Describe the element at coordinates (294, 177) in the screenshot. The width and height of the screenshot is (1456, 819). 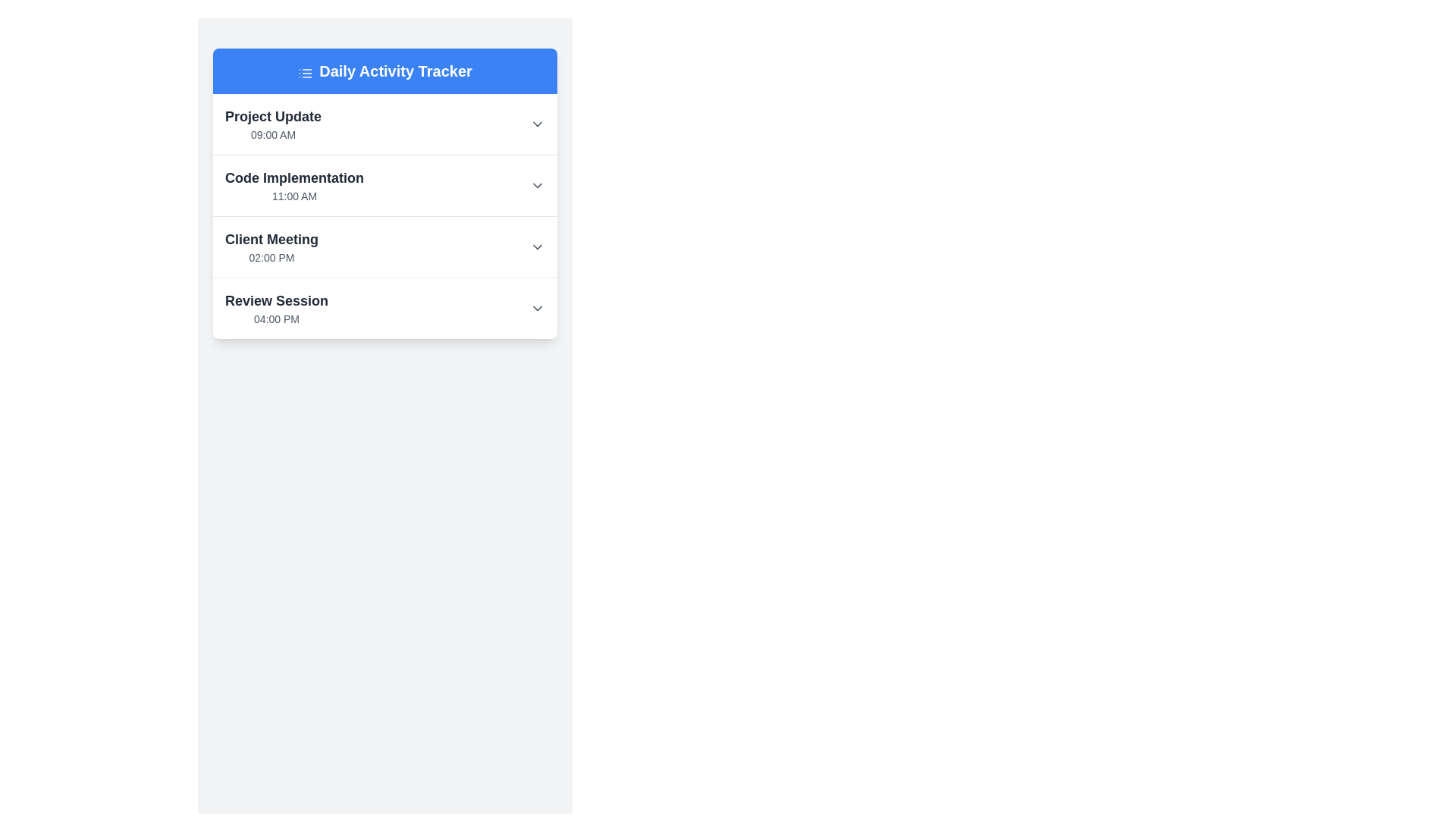
I see `the content of the text label titled 'Code Implementation', which is positioned above the time label '11:00 AM' in the Daily Activity Tracker` at that location.